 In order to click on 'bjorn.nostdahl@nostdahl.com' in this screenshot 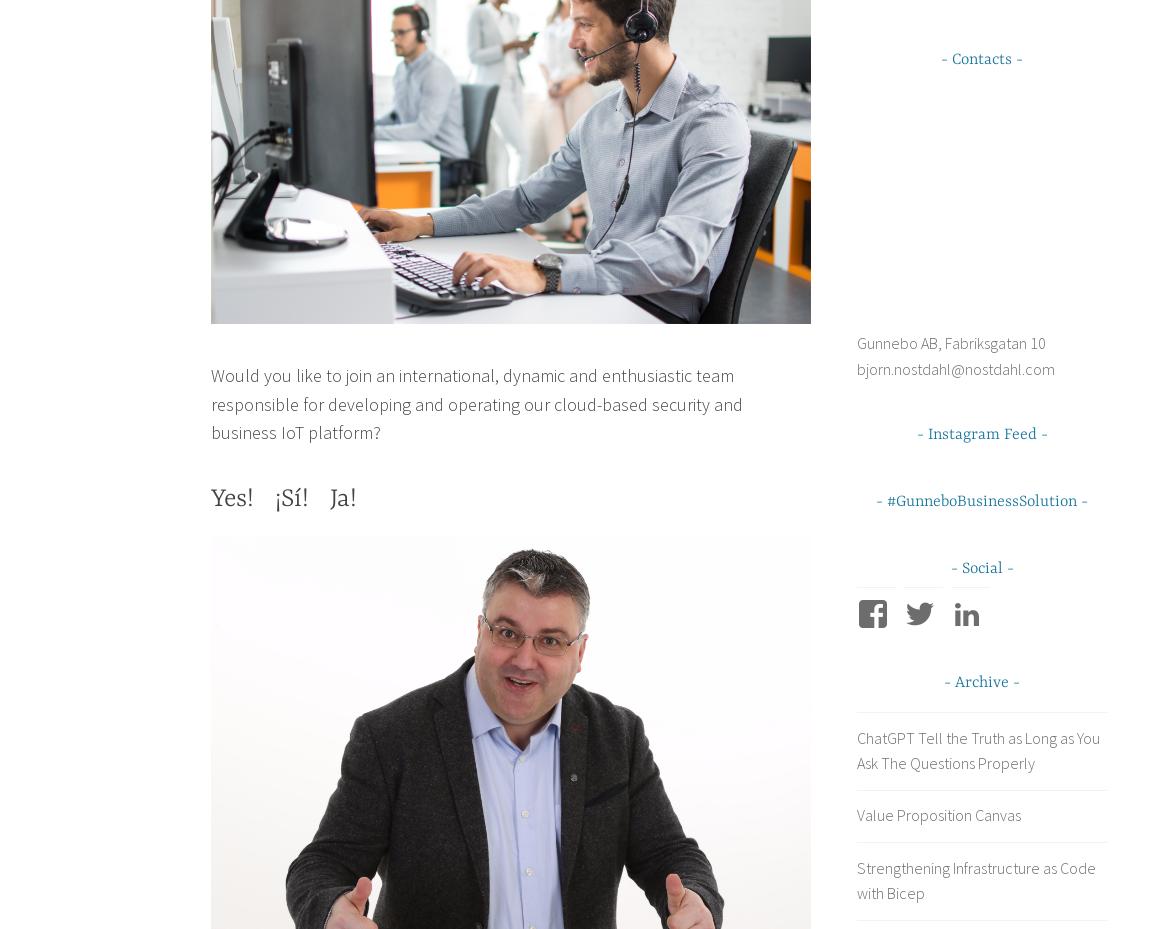, I will do `click(856, 367)`.